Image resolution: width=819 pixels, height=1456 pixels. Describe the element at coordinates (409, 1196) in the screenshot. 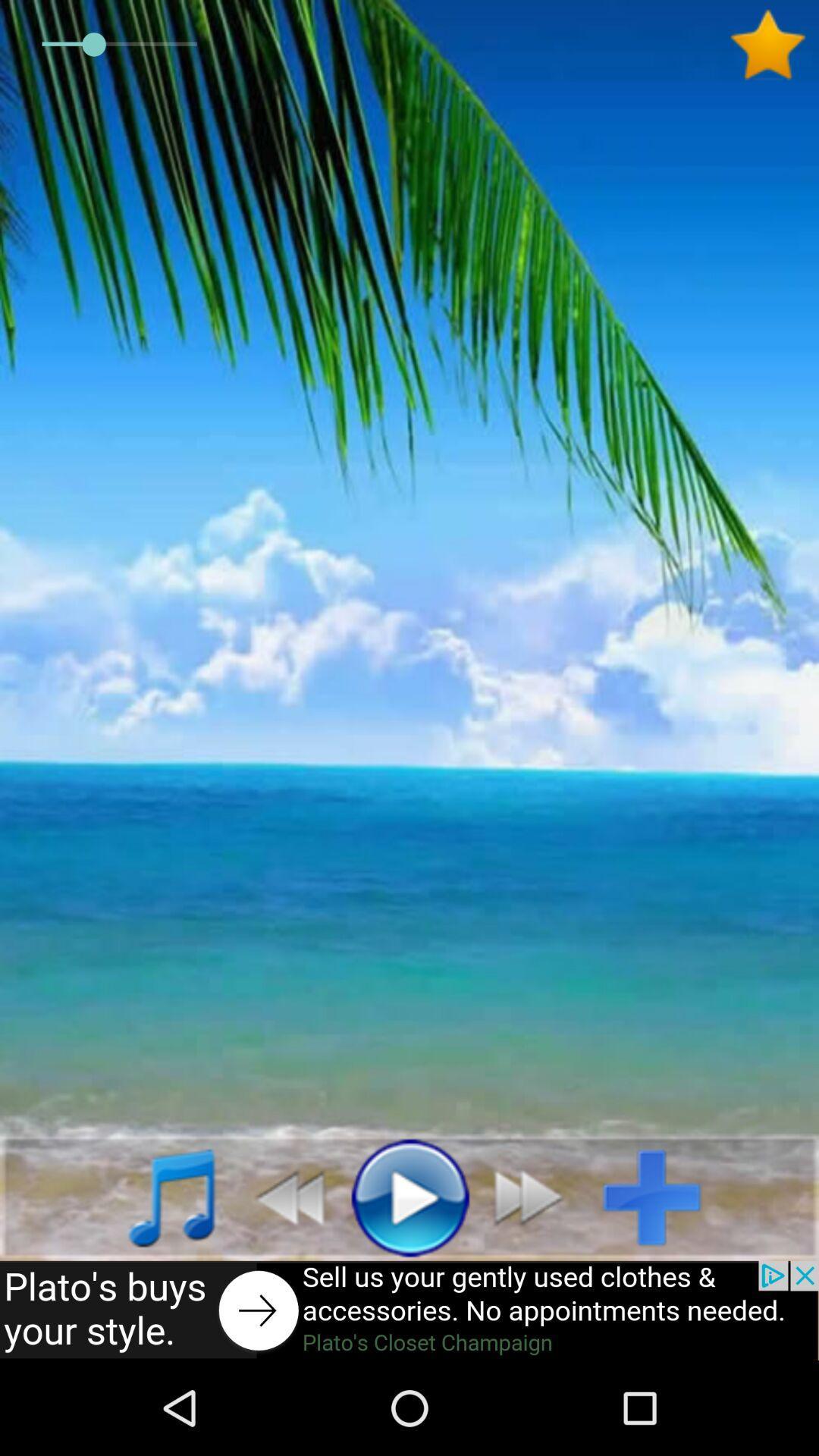

I see `music play` at that location.